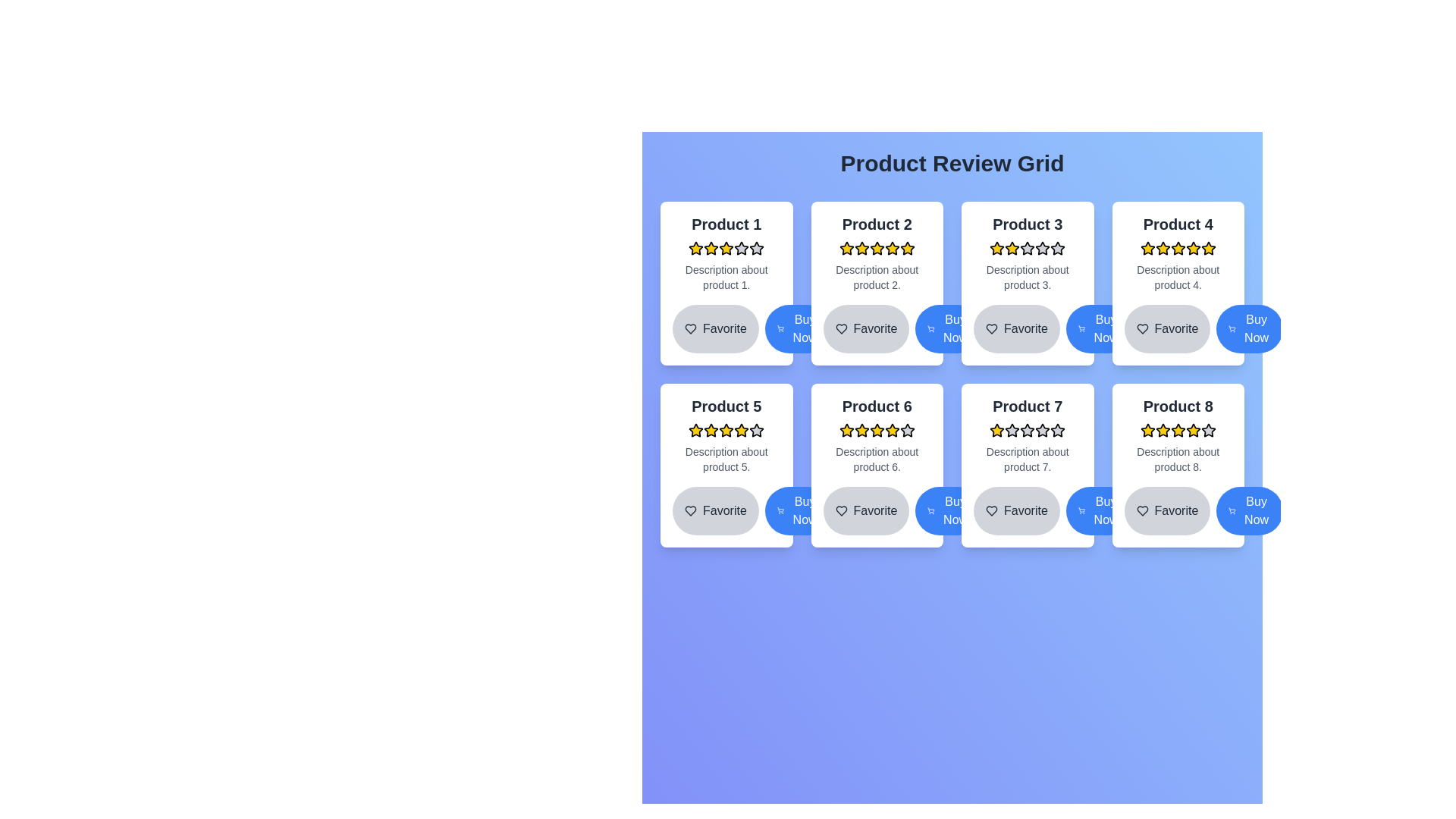 The height and width of the screenshot is (819, 1456). Describe the element at coordinates (1177, 430) in the screenshot. I see `the fifth star icon in the star rating system displayed below 'Product 8' in the bottom-right corner of the grid` at that location.